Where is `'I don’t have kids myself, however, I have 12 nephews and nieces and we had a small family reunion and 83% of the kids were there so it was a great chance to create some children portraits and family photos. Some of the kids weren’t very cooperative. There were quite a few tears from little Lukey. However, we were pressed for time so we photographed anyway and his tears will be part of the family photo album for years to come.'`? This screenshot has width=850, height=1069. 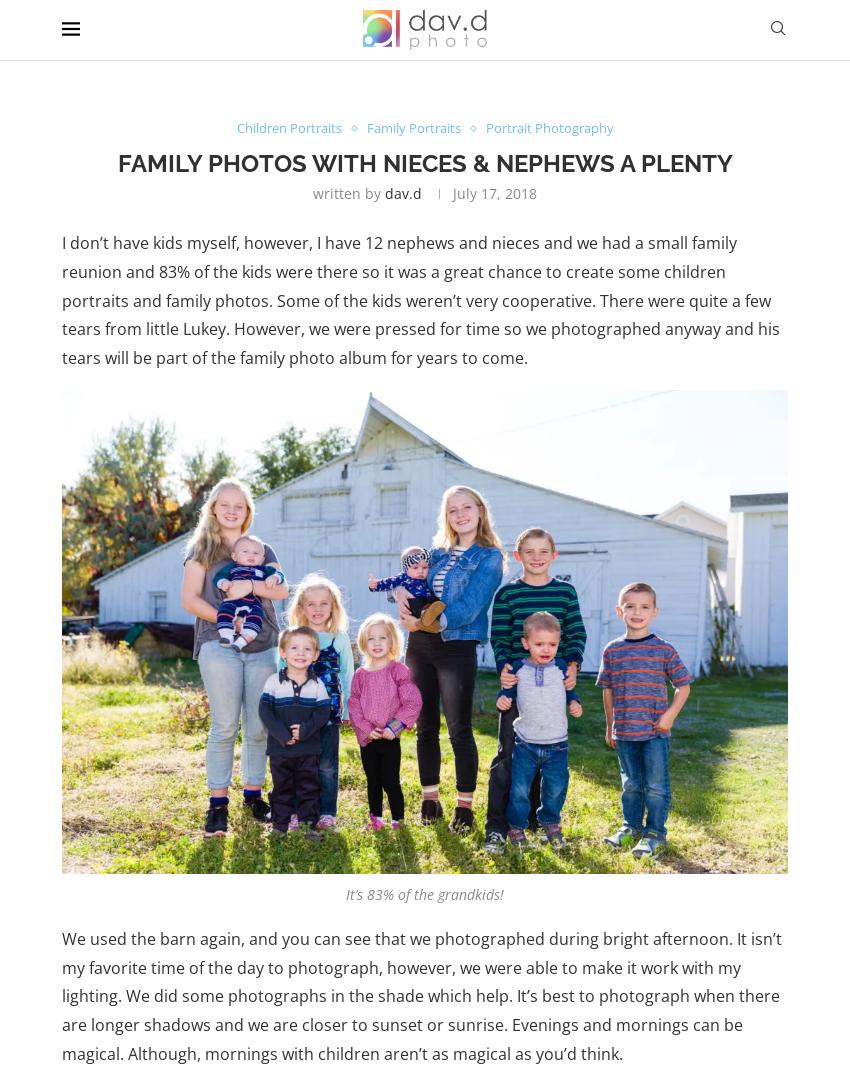 'I don’t have kids myself, however, I have 12 nephews and nieces and we had a small family reunion and 83% of the kids were there so it was a great chance to create some children portraits and family photos. Some of the kids weren’t very cooperative. There were quite a few tears from little Lukey. However, we were pressed for time so we photographed anyway and his tears will be part of the family photo album for years to come.' is located at coordinates (421, 298).